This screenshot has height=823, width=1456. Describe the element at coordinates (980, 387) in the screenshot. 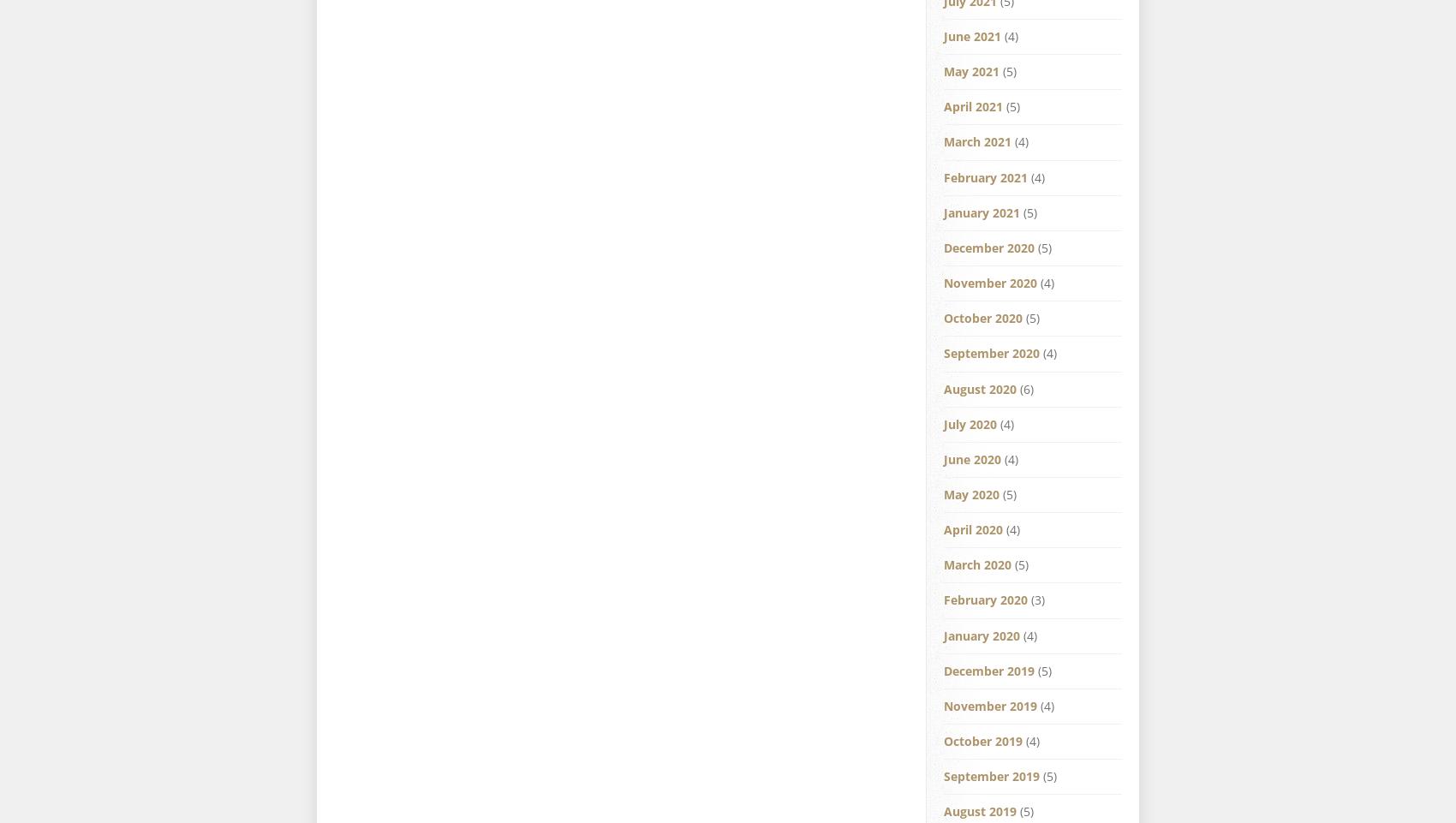

I see `'August 2020'` at that location.